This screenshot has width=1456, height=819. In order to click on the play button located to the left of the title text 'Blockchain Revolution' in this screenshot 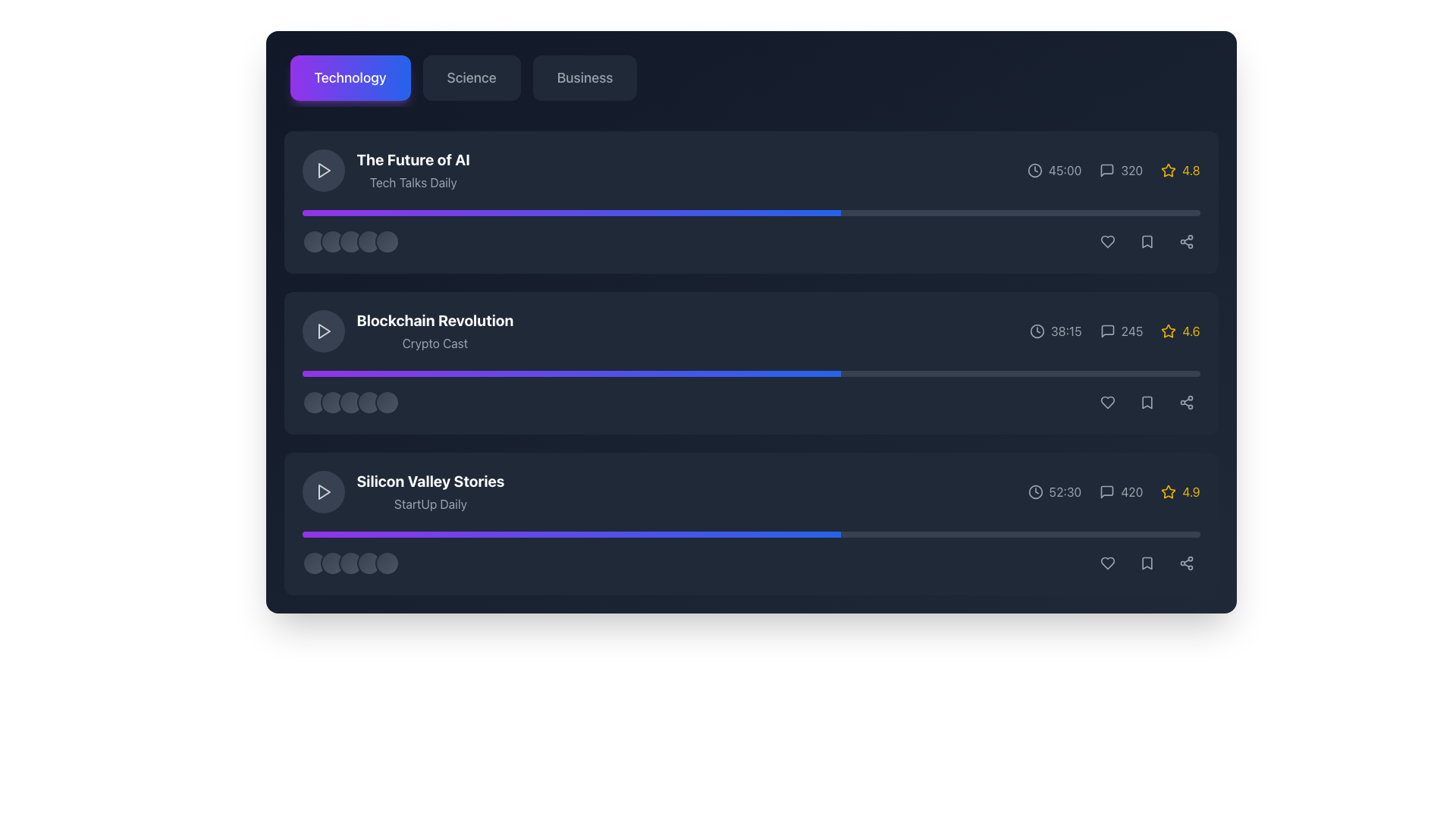, I will do `click(323, 330)`.